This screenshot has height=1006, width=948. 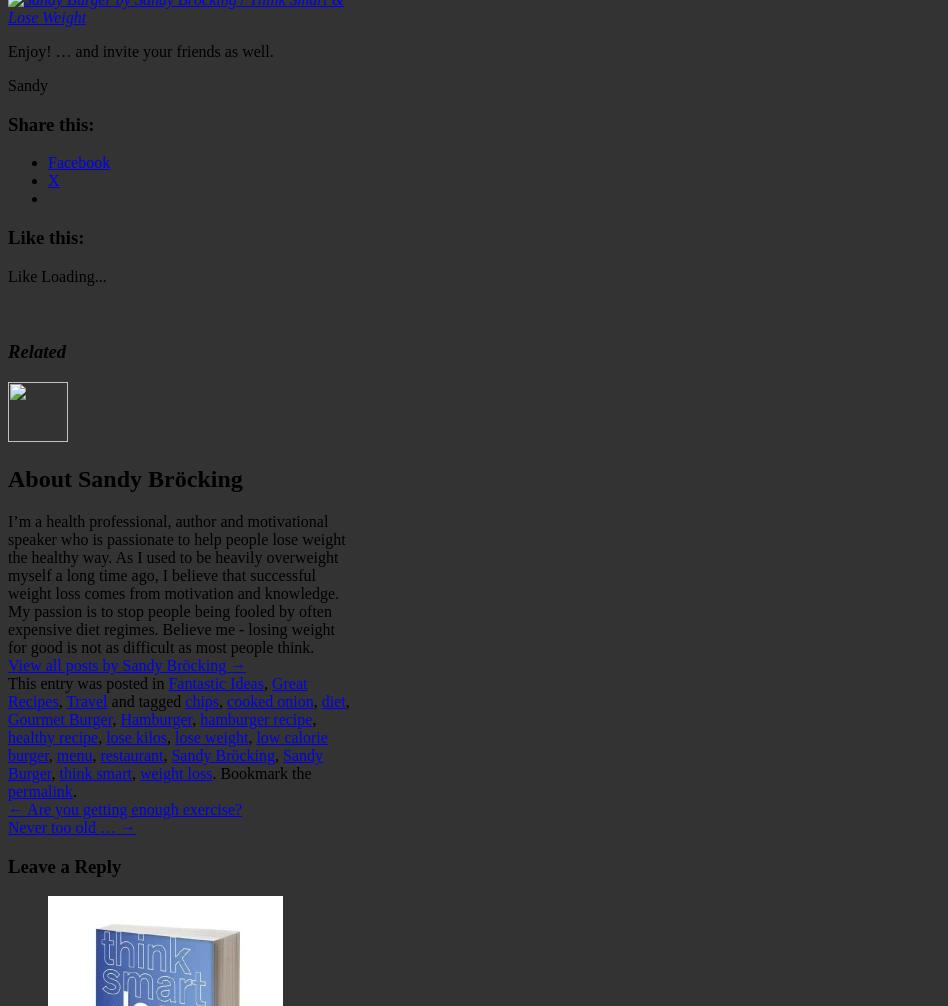 I want to click on 'Are you getting enough exercise?', so click(x=132, y=807).